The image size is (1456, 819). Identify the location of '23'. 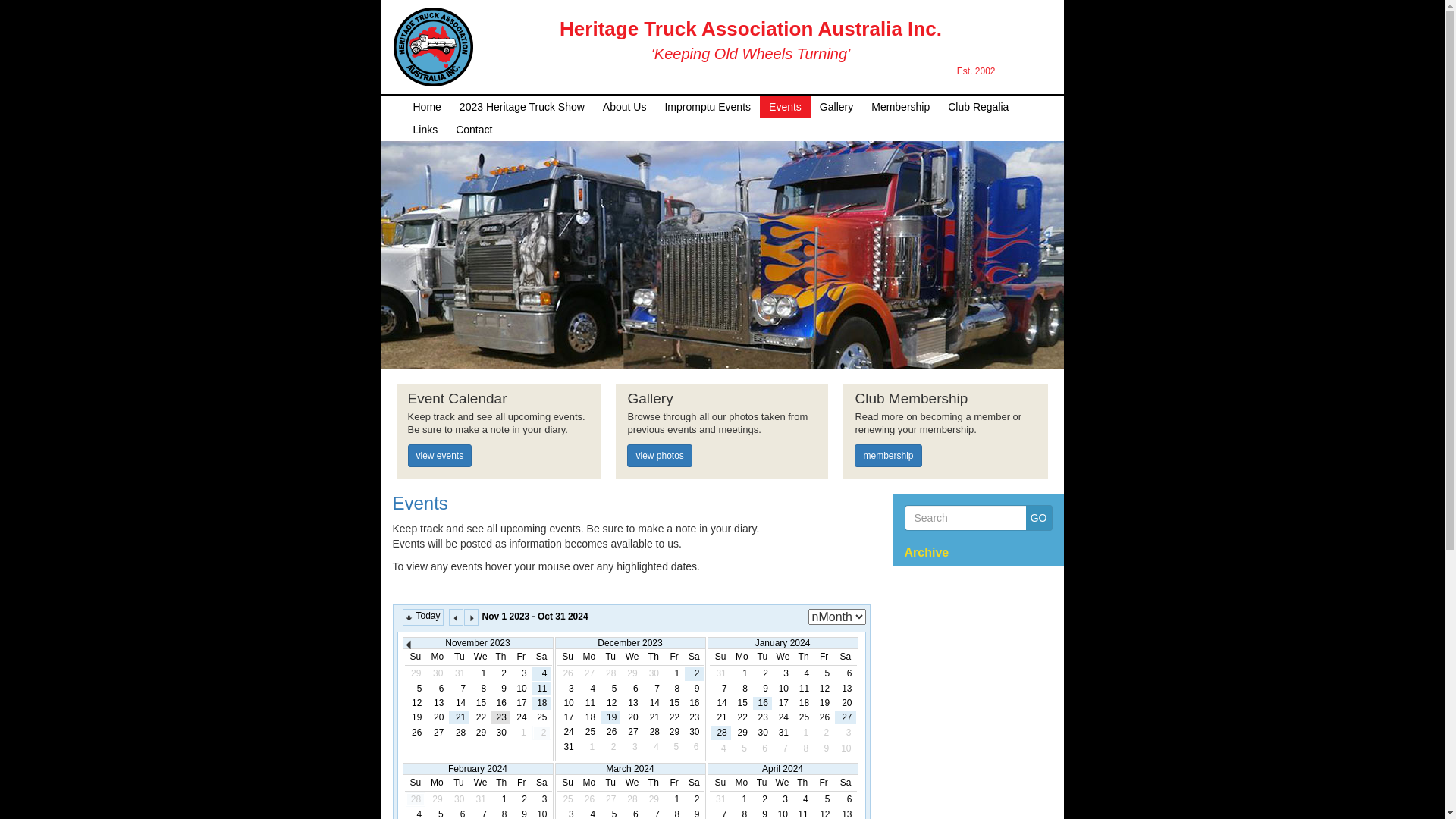
(762, 717).